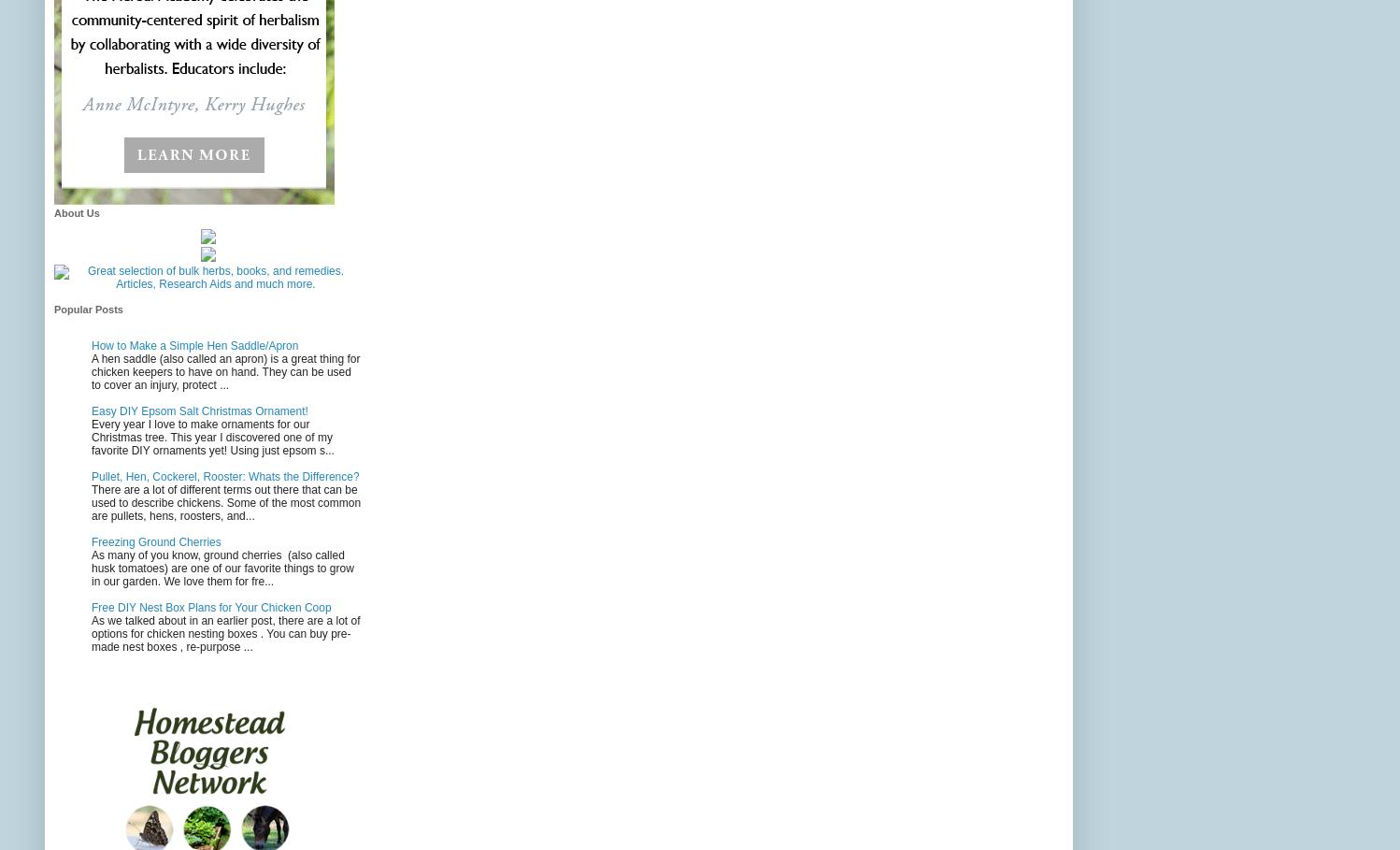 The width and height of the screenshot is (1400, 850). What do you see at coordinates (211, 607) in the screenshot?
I see `'Free DIY Nest Box Plans for Your Chicken Coop'` at bounding box center [211, 607].